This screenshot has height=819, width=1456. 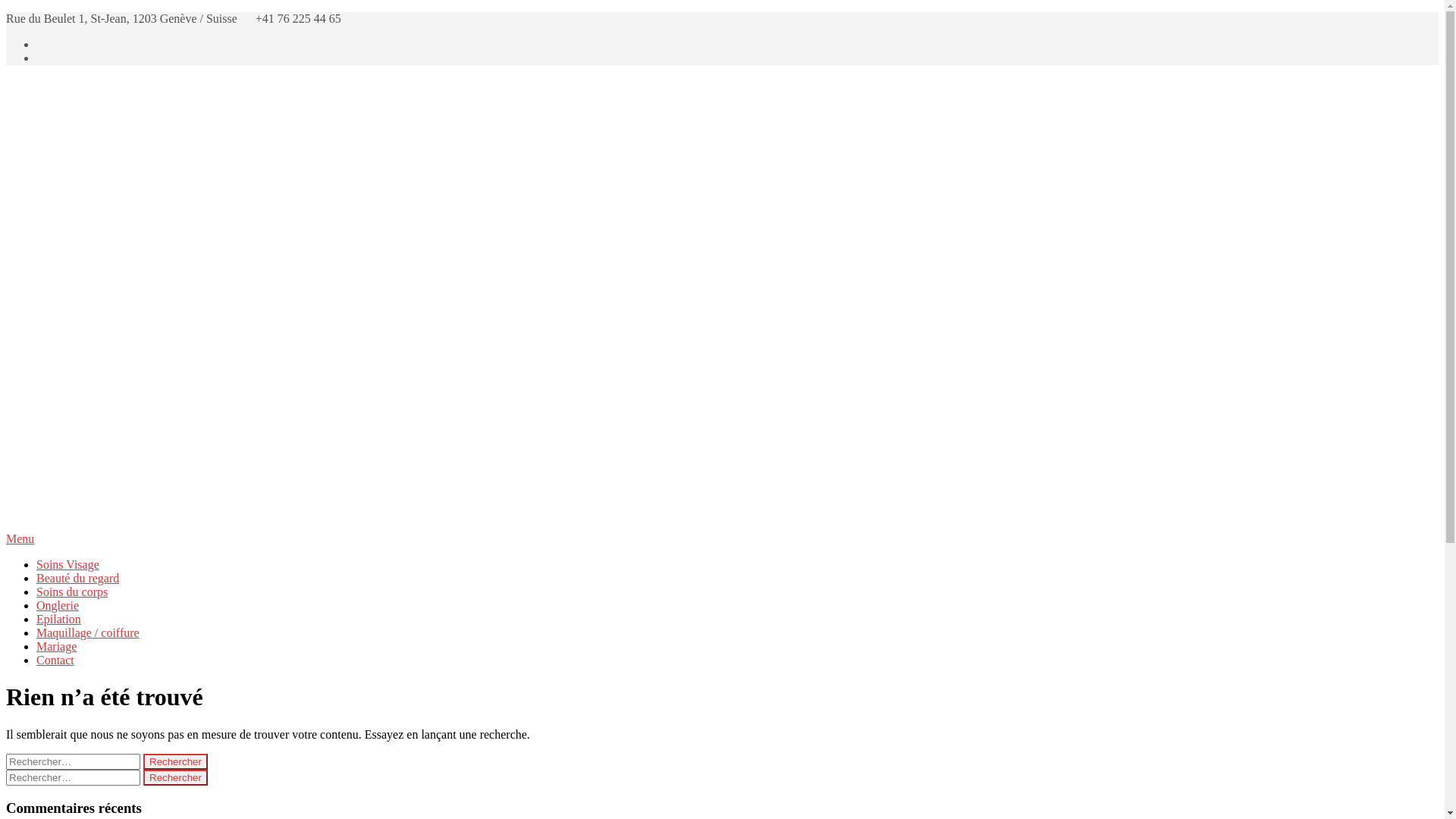 I want to click on 'Onglerie', so click(x=58, y=604).